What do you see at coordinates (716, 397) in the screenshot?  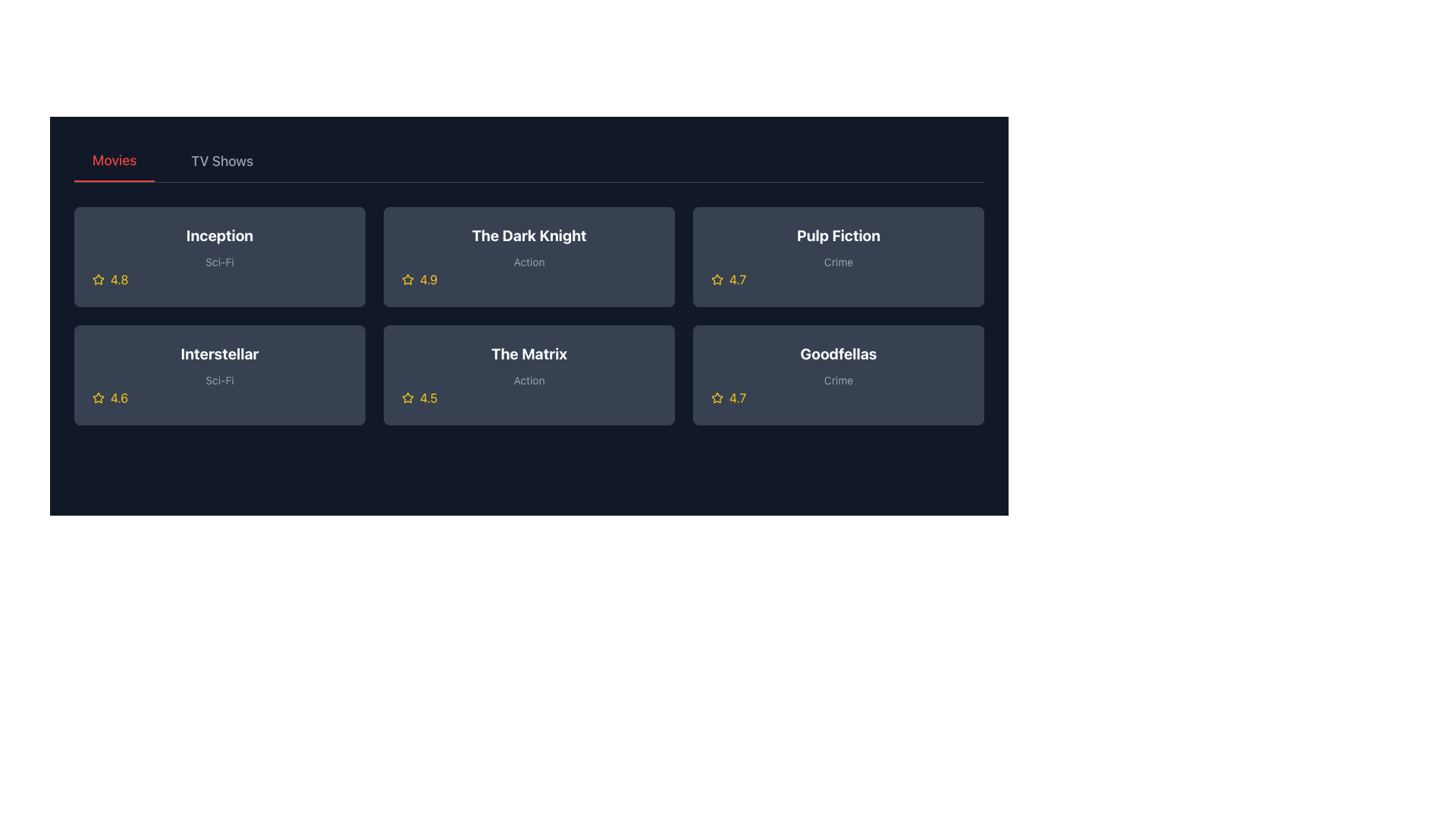 I see `the star-shaped rating icon with a yellow outline located at the bottom-left corner of the 'Goodfellas' movie card` at bounding box center [716, 397].